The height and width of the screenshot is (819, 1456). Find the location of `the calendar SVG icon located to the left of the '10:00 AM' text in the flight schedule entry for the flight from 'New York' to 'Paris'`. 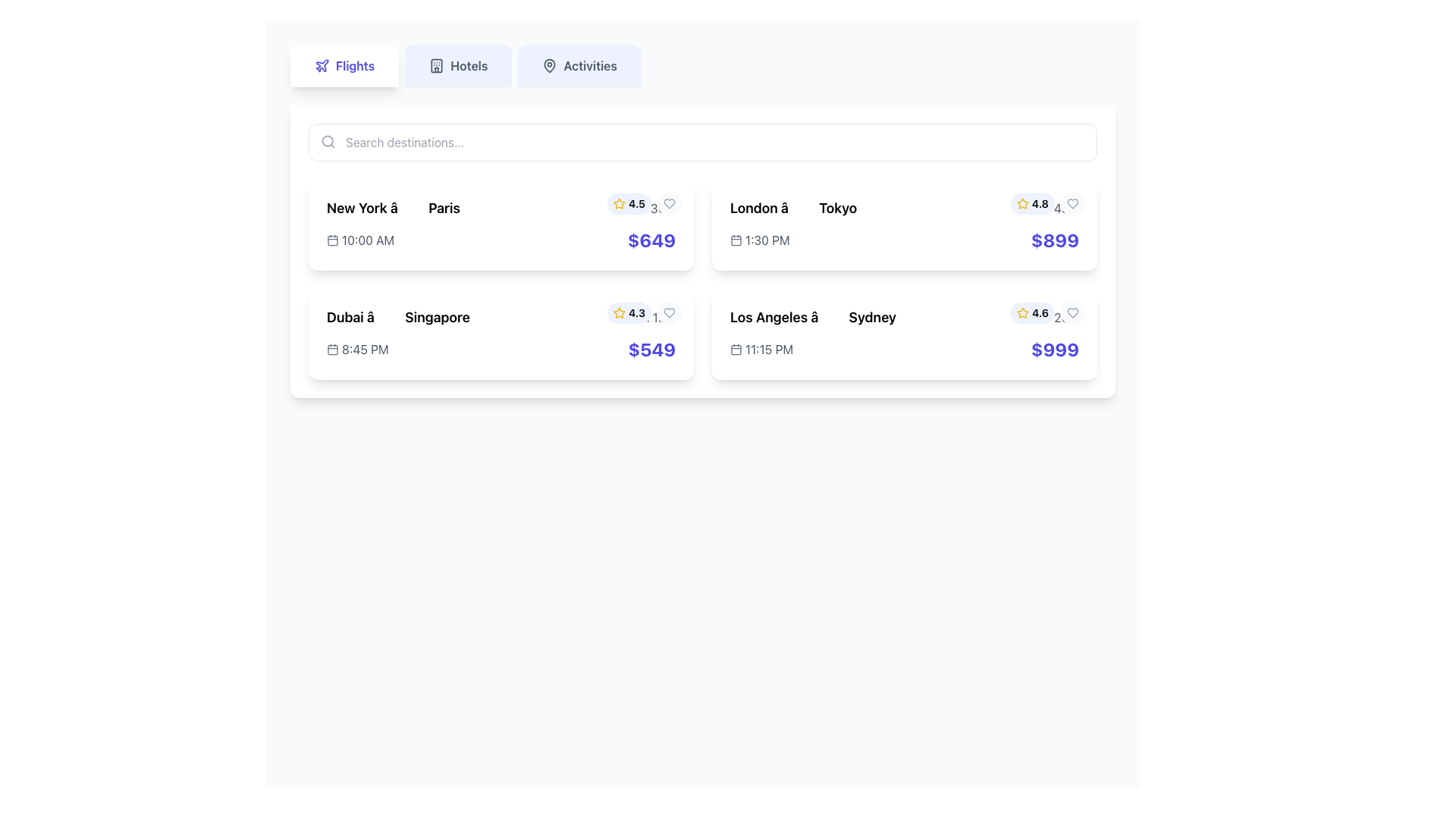

the calendar SVG icon located to the left of the '10:00 AM' text in the flight schedule entry for the flight from 'New York' to 'Paris' is located at coordinates (331, 239).